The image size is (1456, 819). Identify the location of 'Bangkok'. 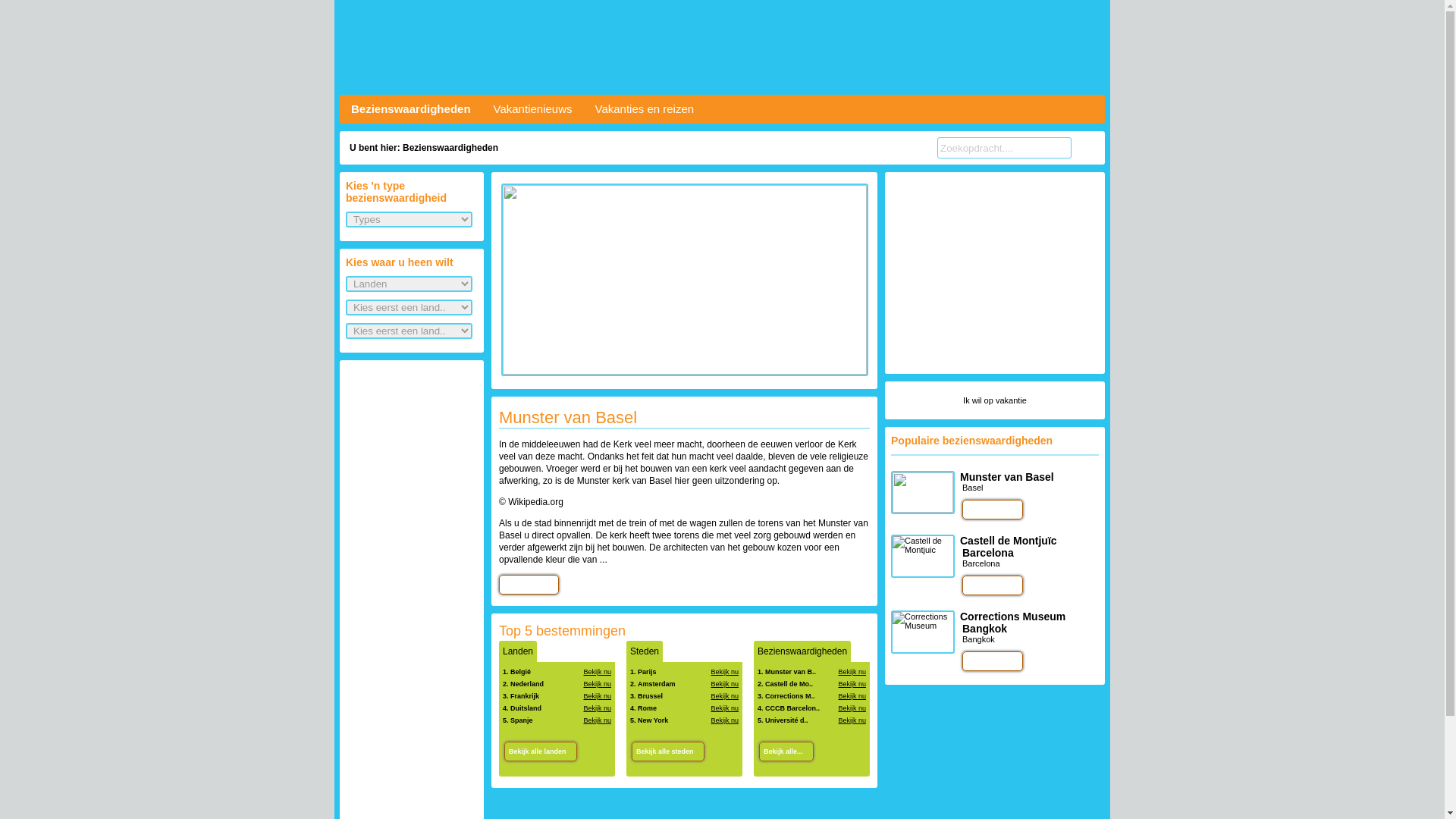
(978, 639).